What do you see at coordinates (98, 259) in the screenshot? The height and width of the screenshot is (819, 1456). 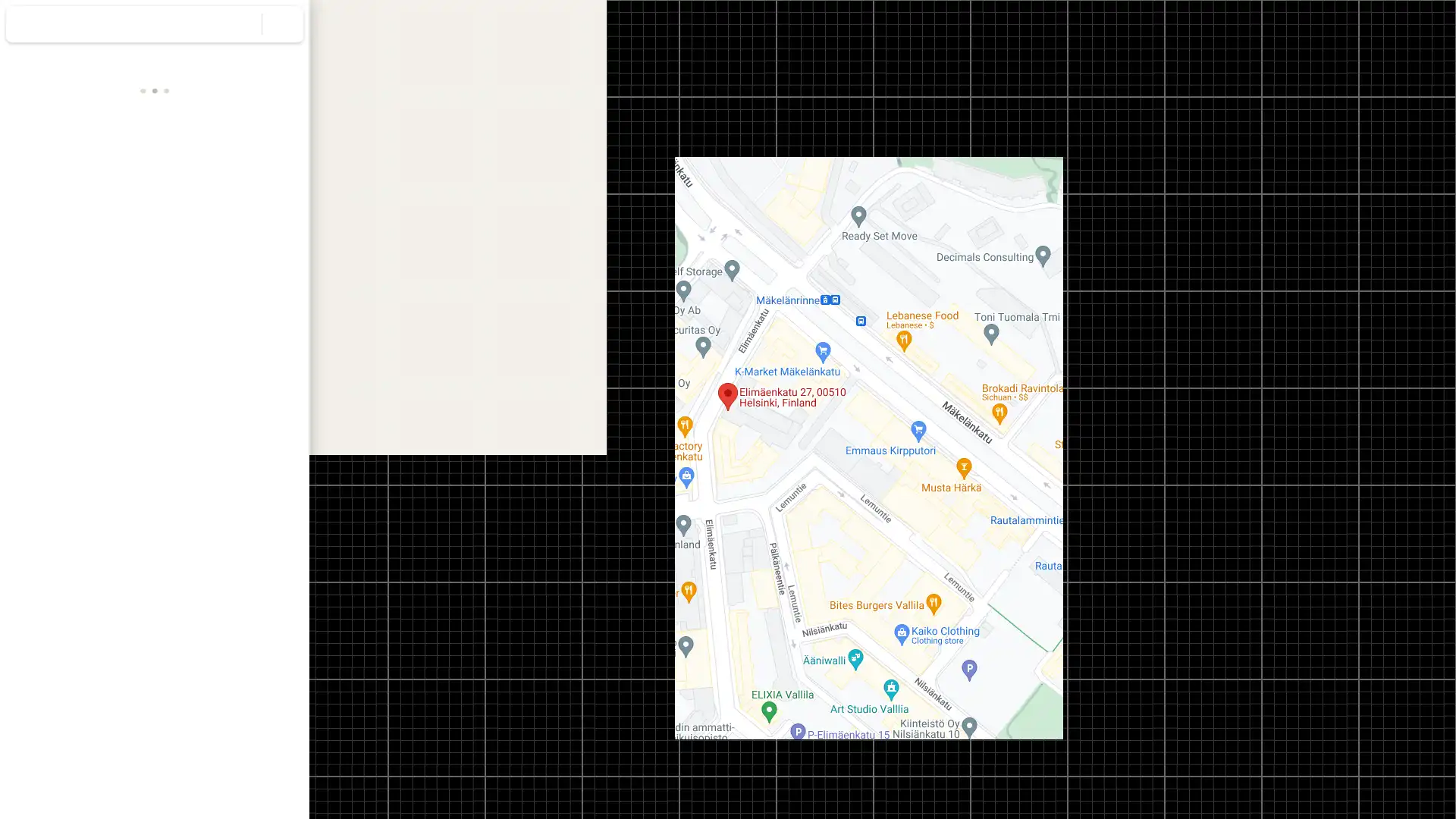 I see `Save Elimaenkatu 27 in your lists` at bounding box center [98, 259].